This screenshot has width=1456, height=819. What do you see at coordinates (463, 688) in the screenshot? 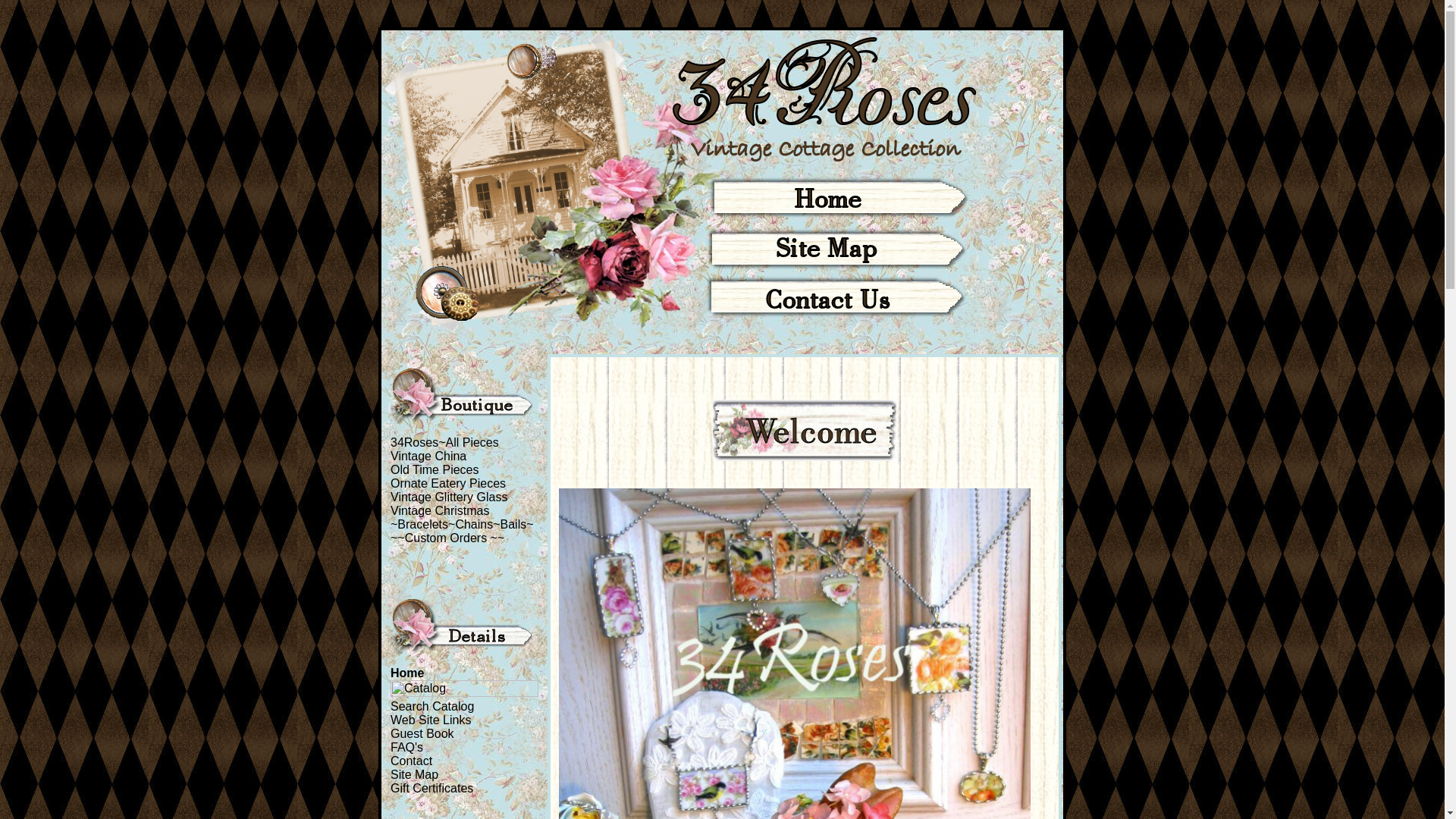
I see `'Catalog'` at bounding box center [463, 688].